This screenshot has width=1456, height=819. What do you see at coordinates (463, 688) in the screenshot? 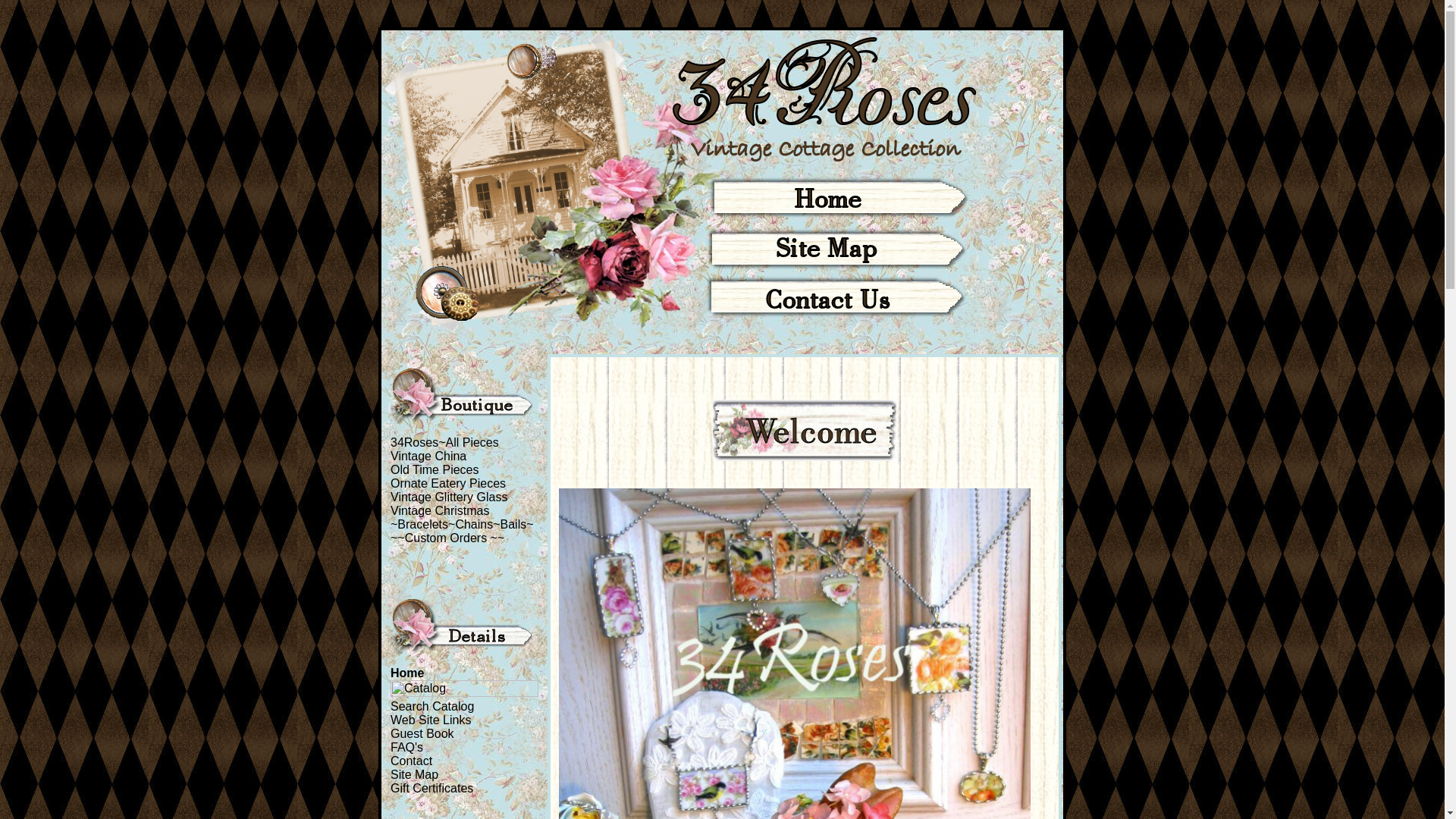
I see `'Catalog'` at bounding box center [463, 688].